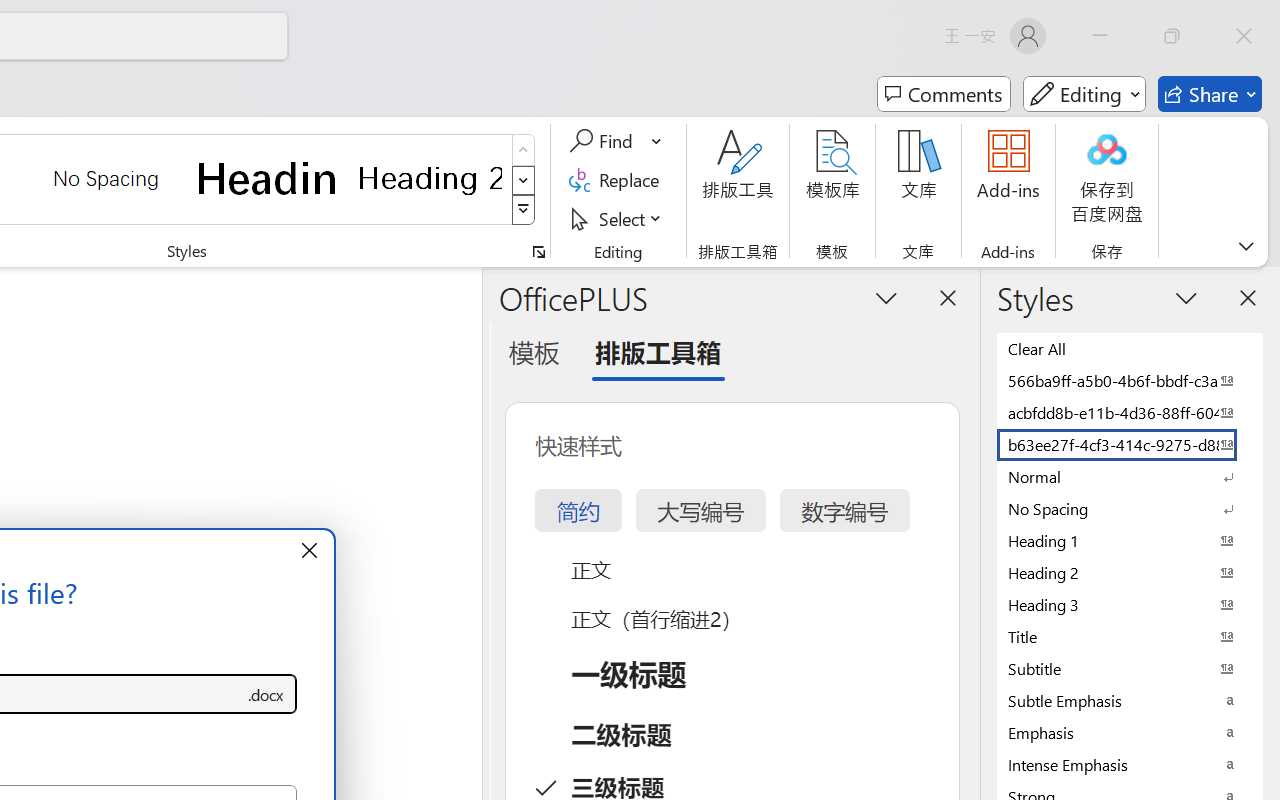 The height and width of the screenshot is (800, 1280). What do you see at coordinates (617, 218) in the screenshot?
I see `'Select'` at bounding box center [617, 218].